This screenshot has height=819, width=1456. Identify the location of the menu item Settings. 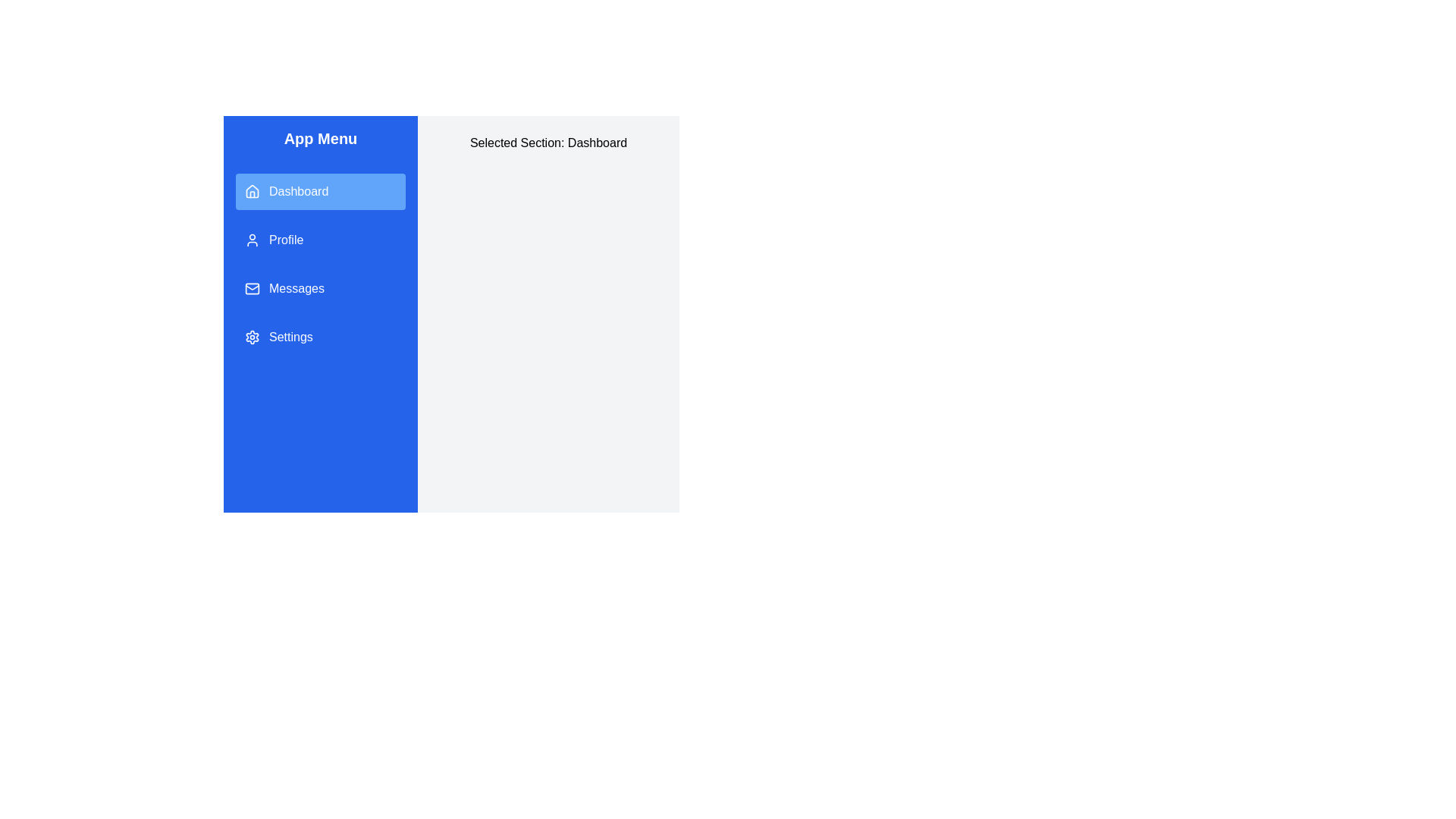
(319, 336).